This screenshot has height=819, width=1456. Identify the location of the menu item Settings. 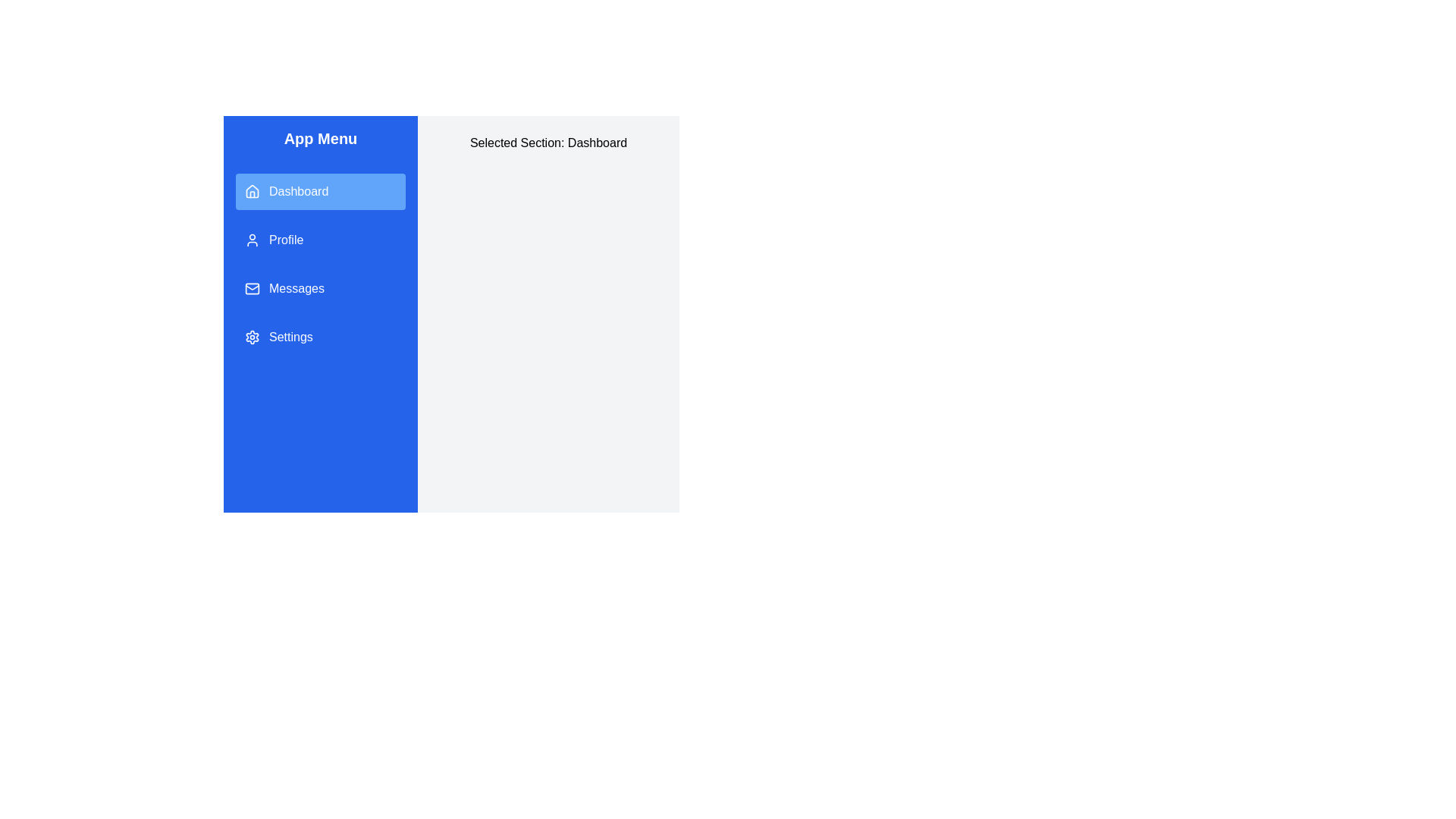
(319, 336).